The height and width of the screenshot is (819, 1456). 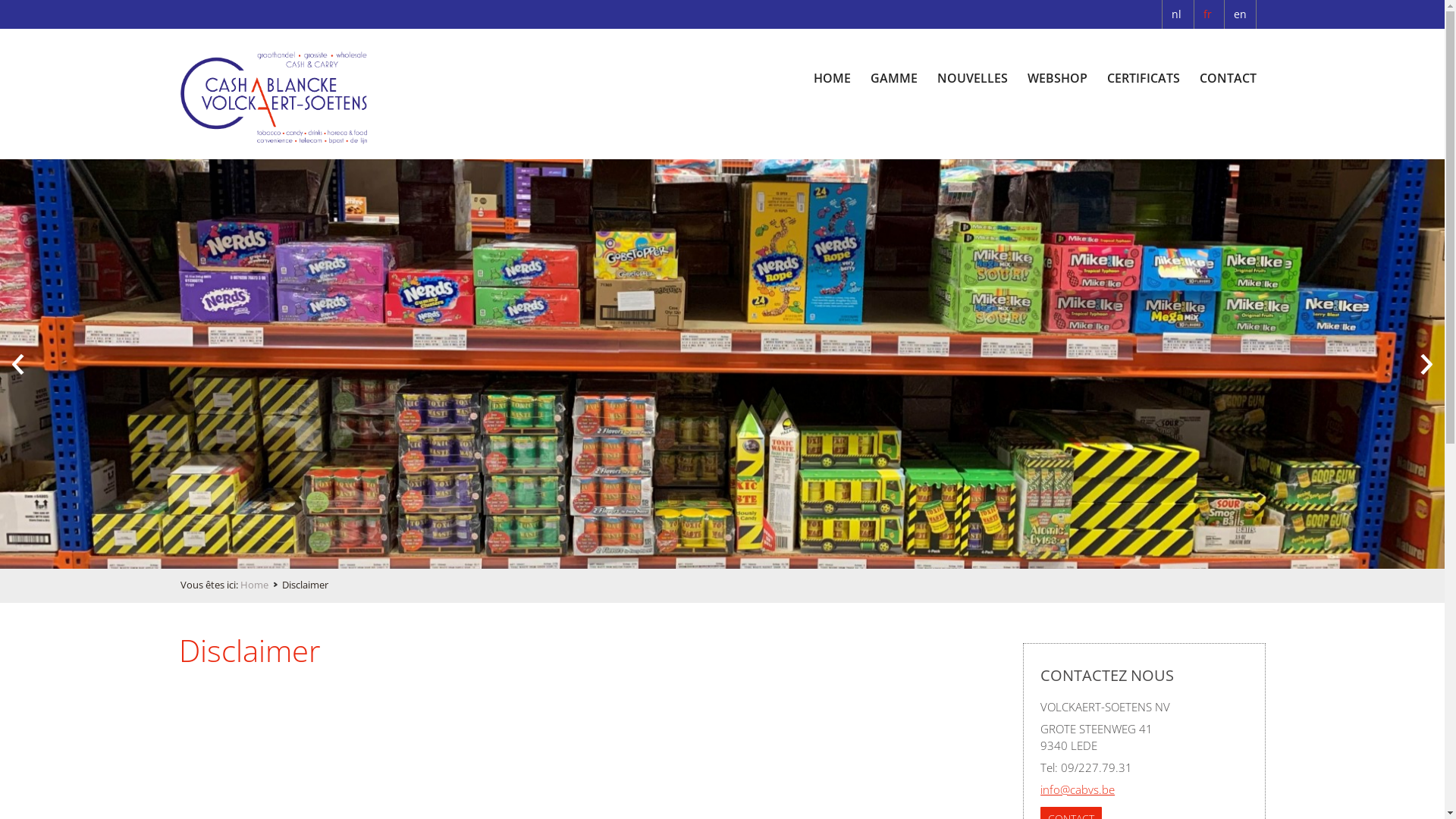 What do you see at coordinates (1240, 14) in the screenshot?
I see `'en'` at bounding box center [1240, 14].